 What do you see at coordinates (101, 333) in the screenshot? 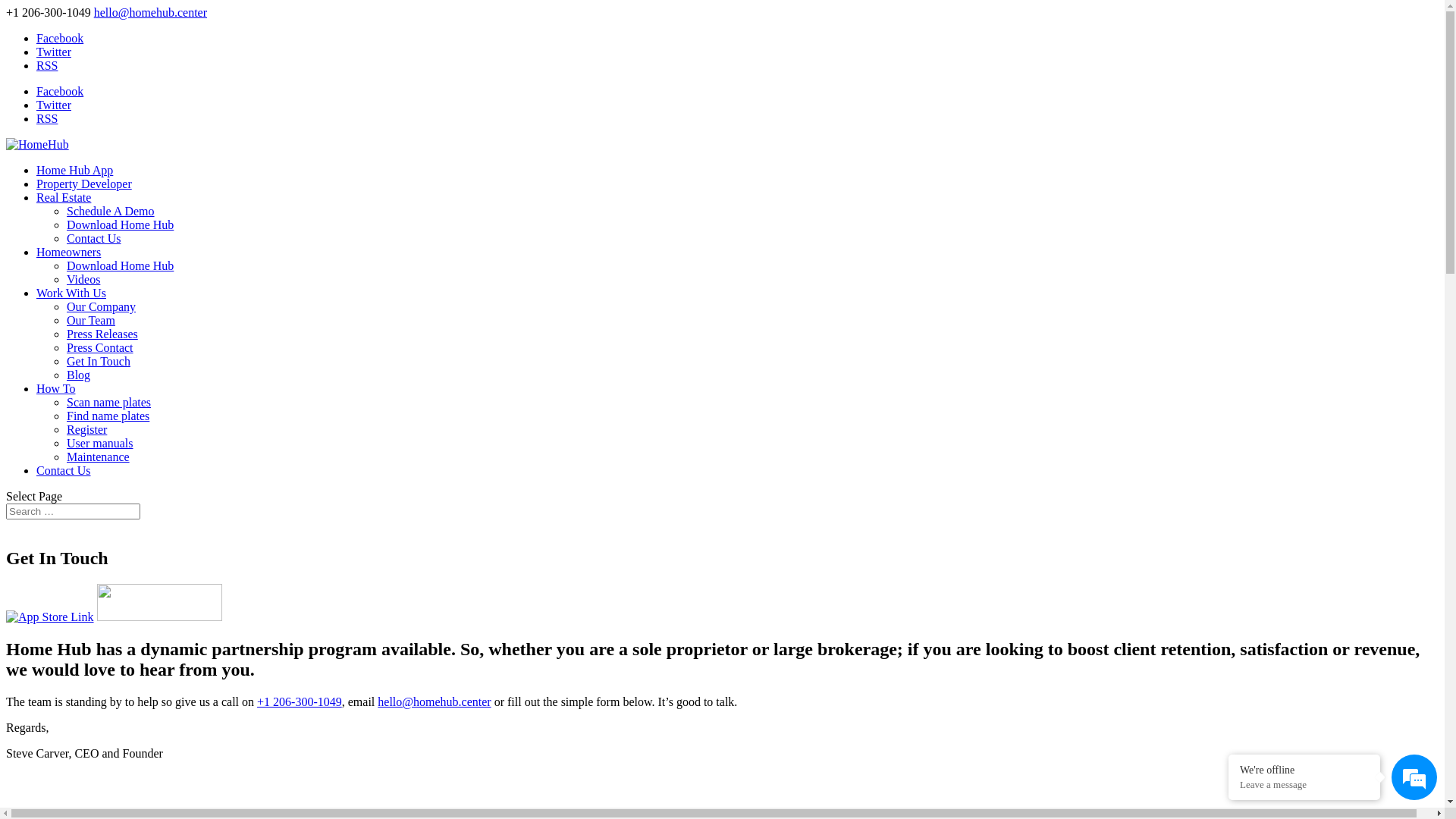
I see `'Press Releases'` at bounding box center [101, 333].